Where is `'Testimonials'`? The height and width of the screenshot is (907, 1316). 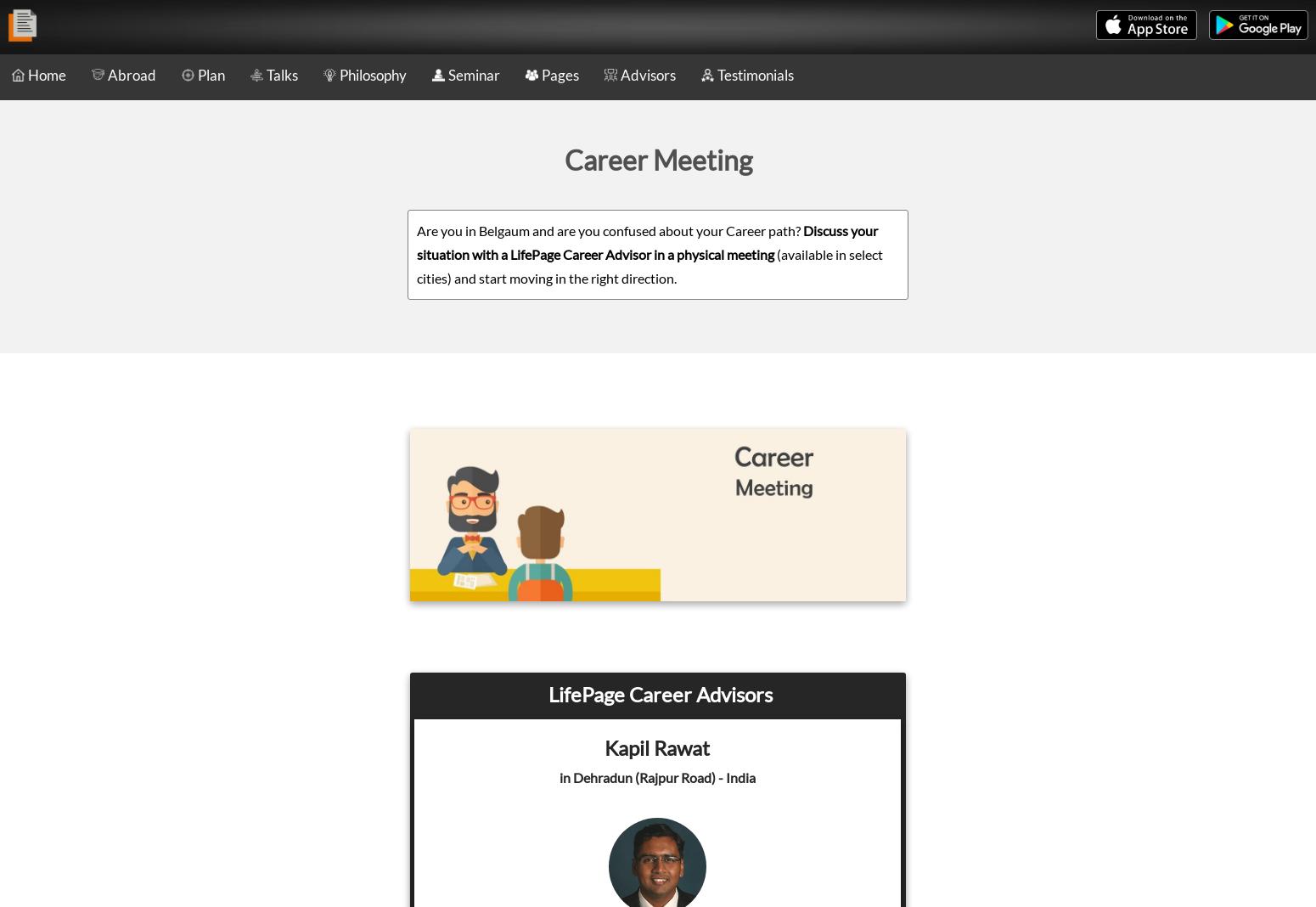 'Testimonials' is located at coordinates (756, 74).